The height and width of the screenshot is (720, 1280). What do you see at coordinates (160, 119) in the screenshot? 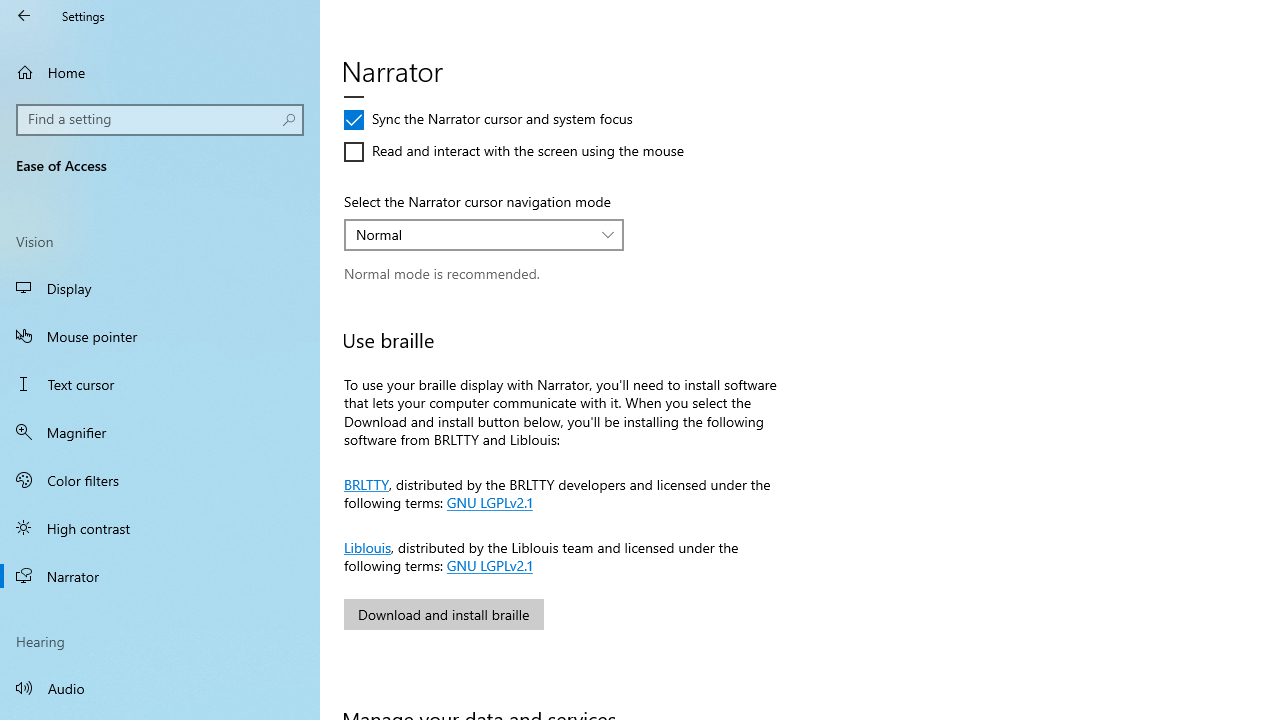
I see `'Search box, Find a setting'` at bounding box center [160, 119].